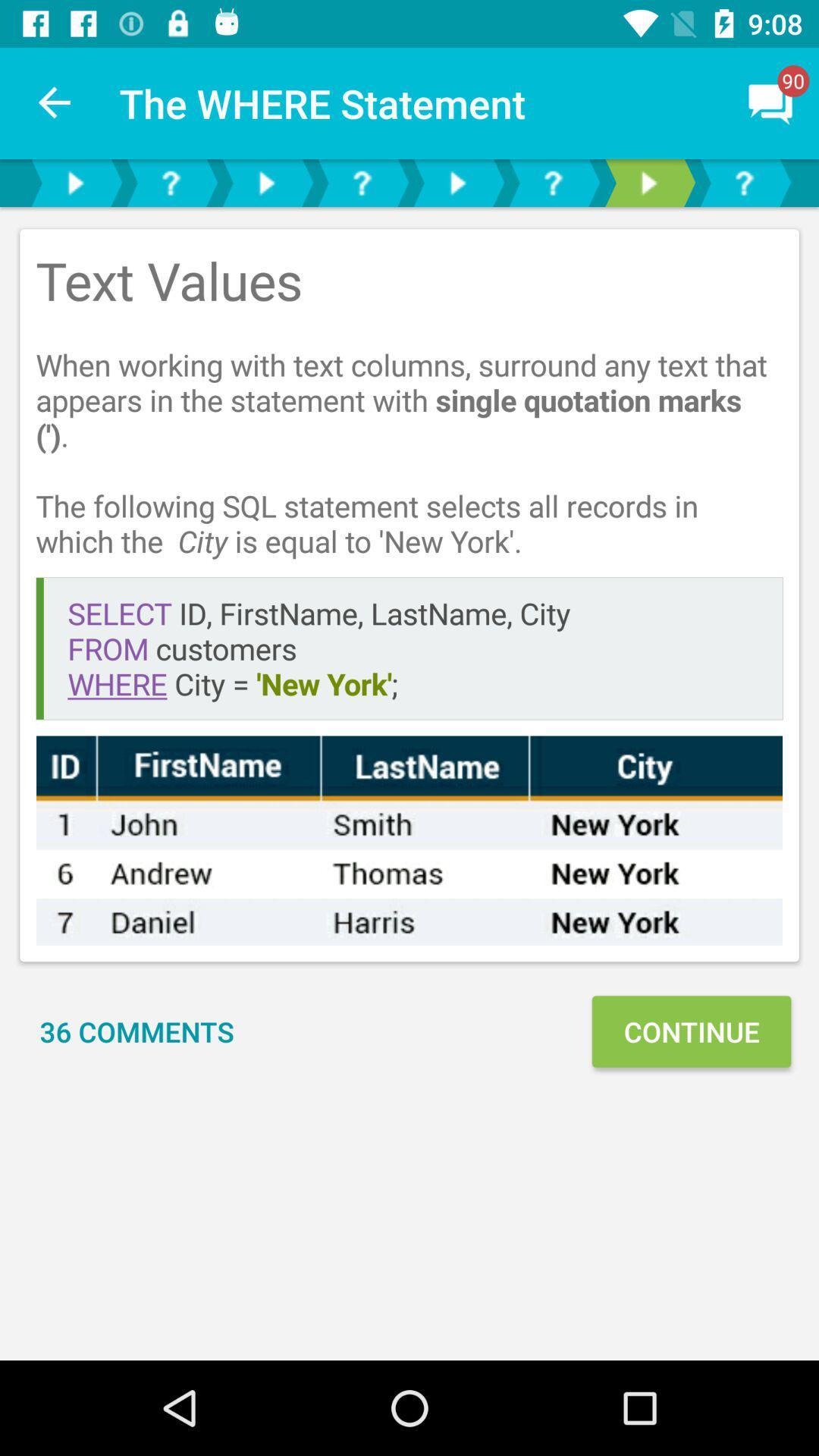  What do you see at coordinates (75, 182) in the screenshot?
I see `play` at bounding box center [75, 182].